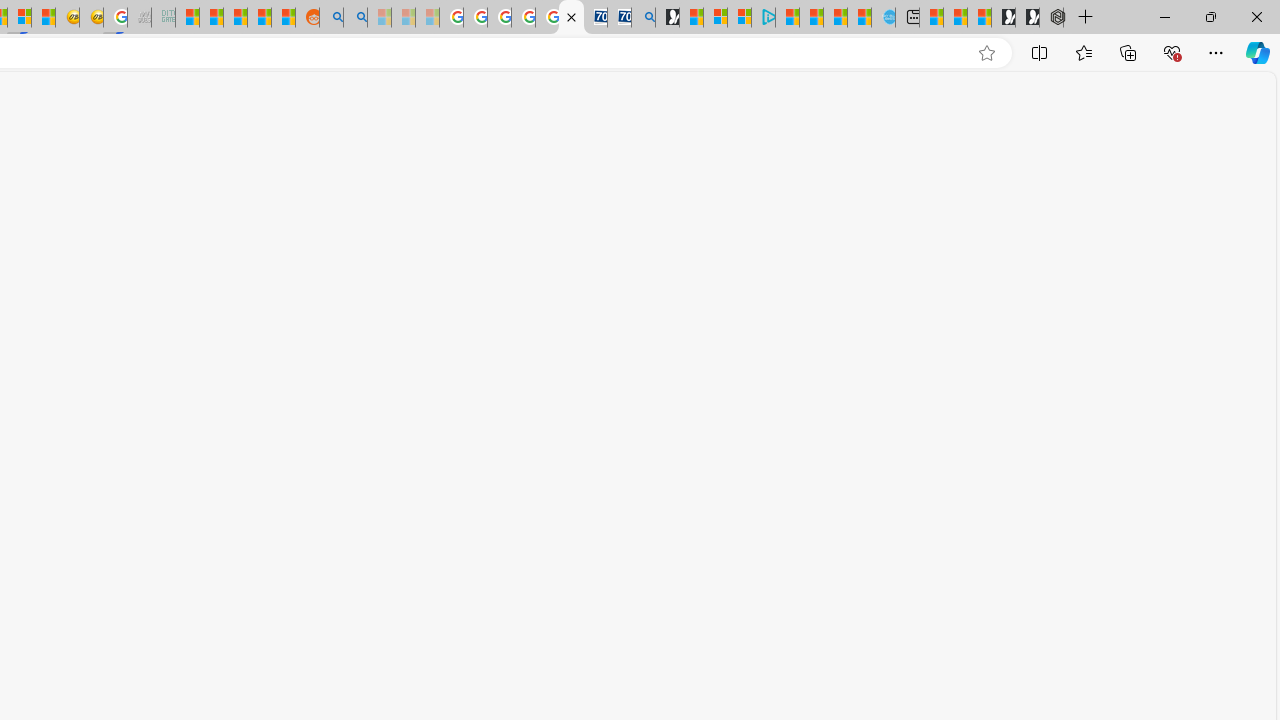 This screenshot has width=1280, height=720. What do you see at coordinates (355, 17) in the screenshot?
I see `'Utah sues federal government - Search'` at bounding box center [355, 17].